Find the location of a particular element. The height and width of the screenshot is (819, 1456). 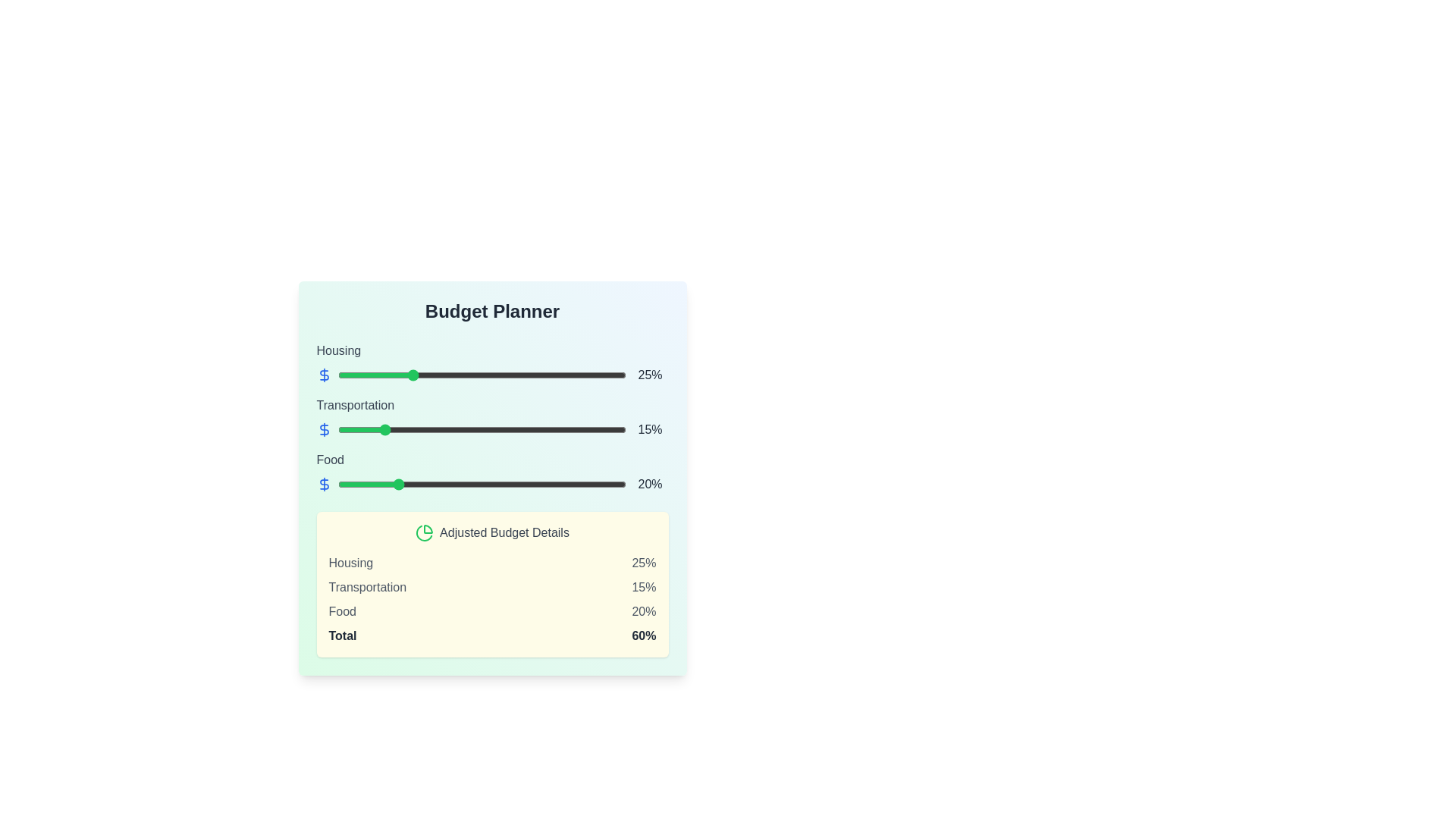

transportation budget percentage is located at coordinates (381, 430).